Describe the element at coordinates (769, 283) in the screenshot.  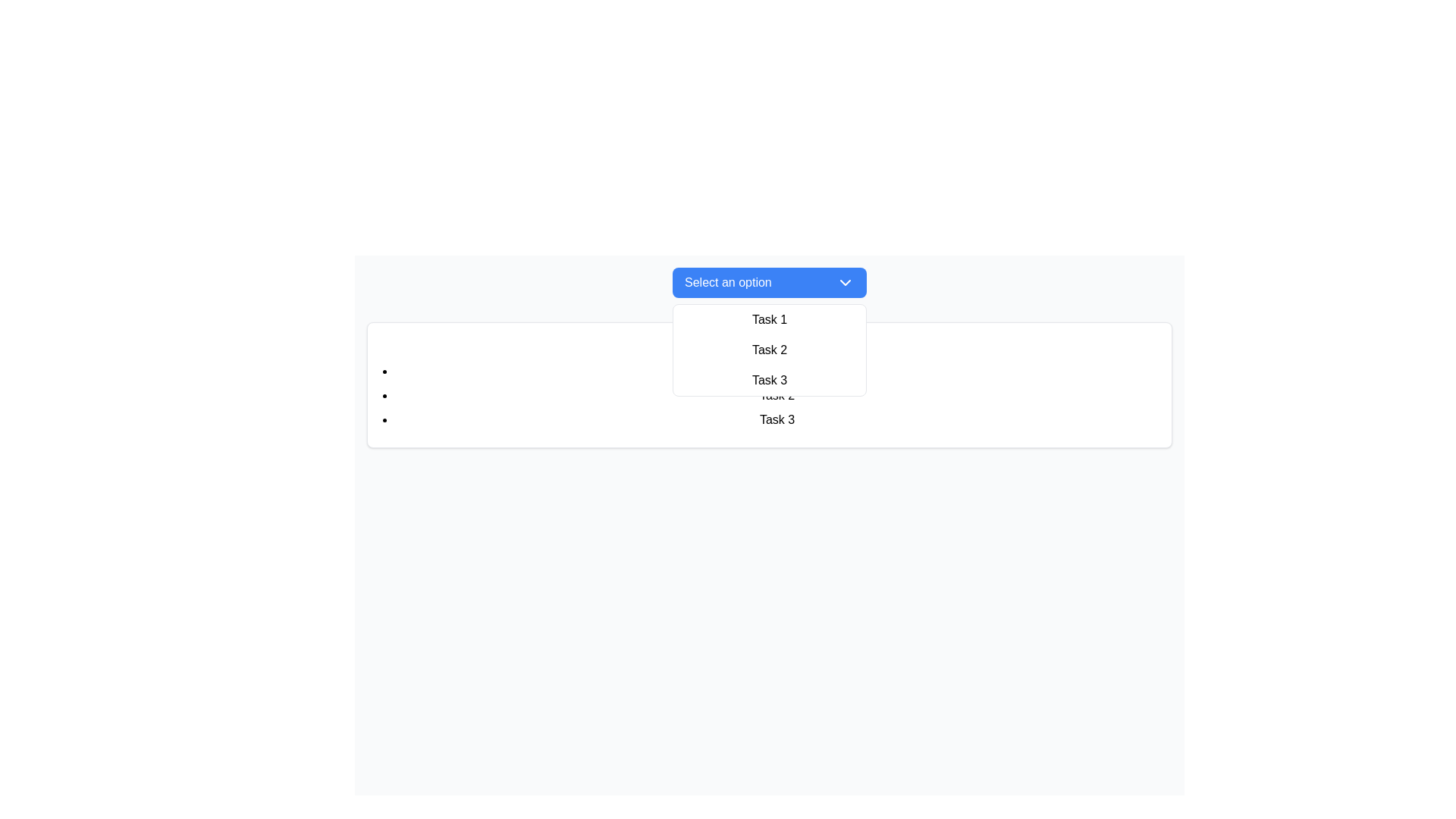
I see `the dropdown menu labeled 'Select an option' with a blue background` at that location.